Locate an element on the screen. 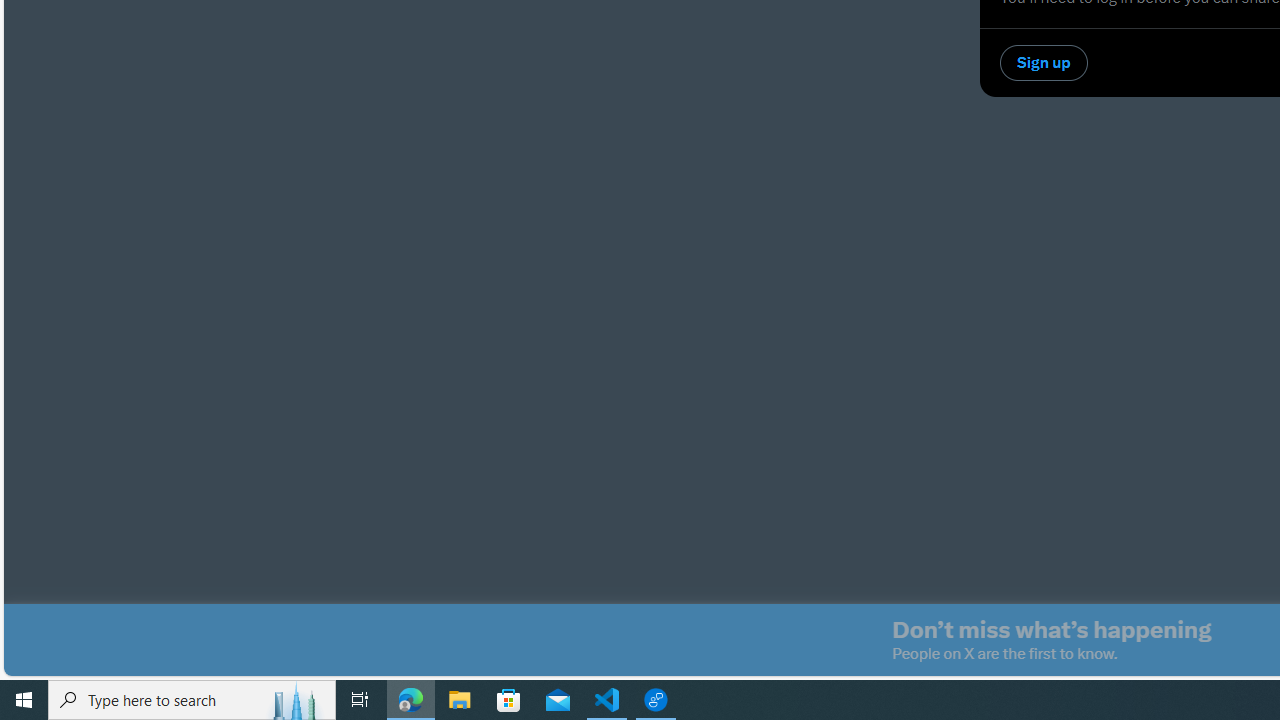 The height and width of the screenshot is (720, 1280). 'File Explorer' is located at coordinates (459, 698).